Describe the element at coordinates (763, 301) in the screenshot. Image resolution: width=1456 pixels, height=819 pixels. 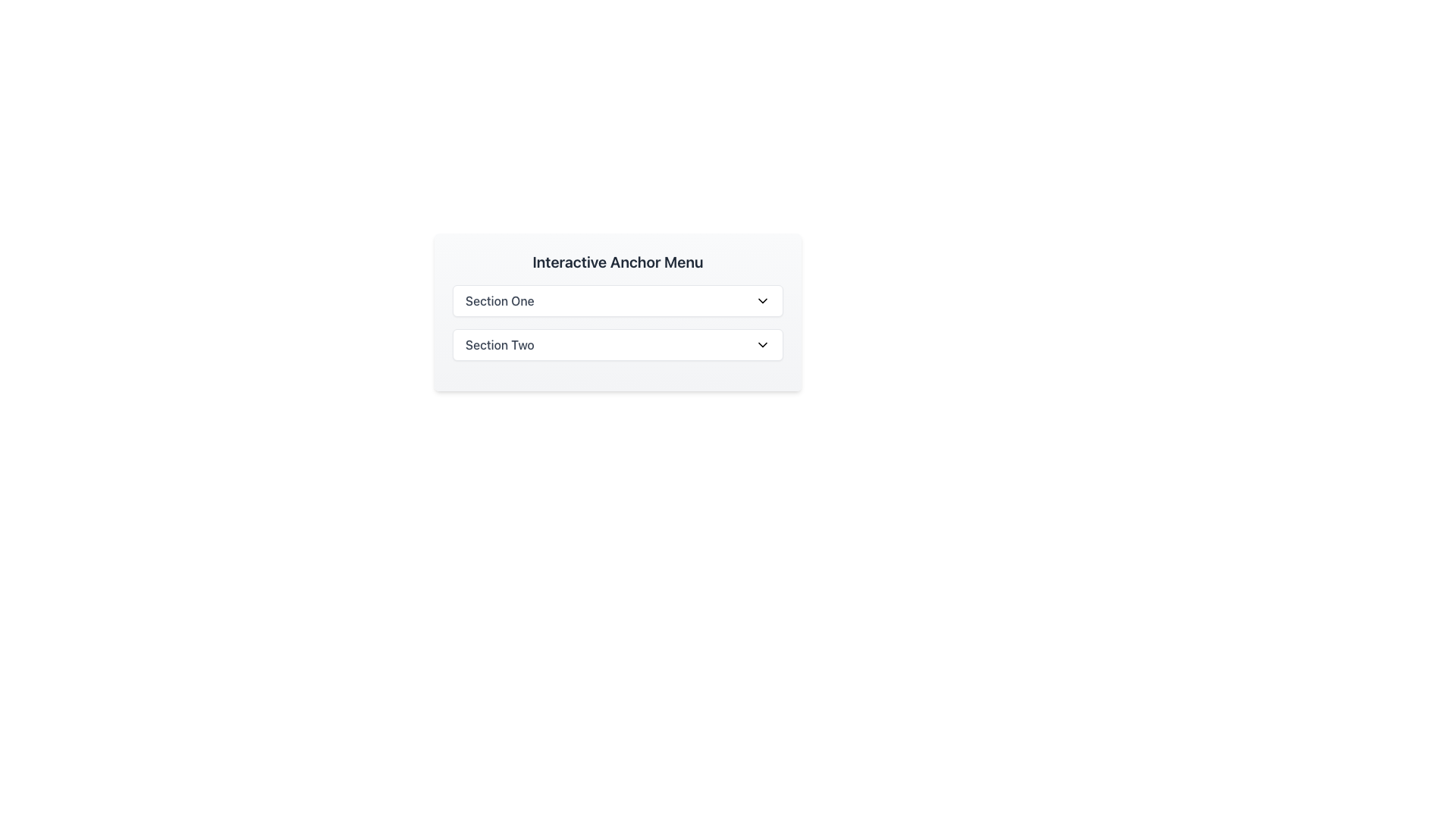
I see `the chevron icon on the far-right of the 'Section One' menu` at that location.